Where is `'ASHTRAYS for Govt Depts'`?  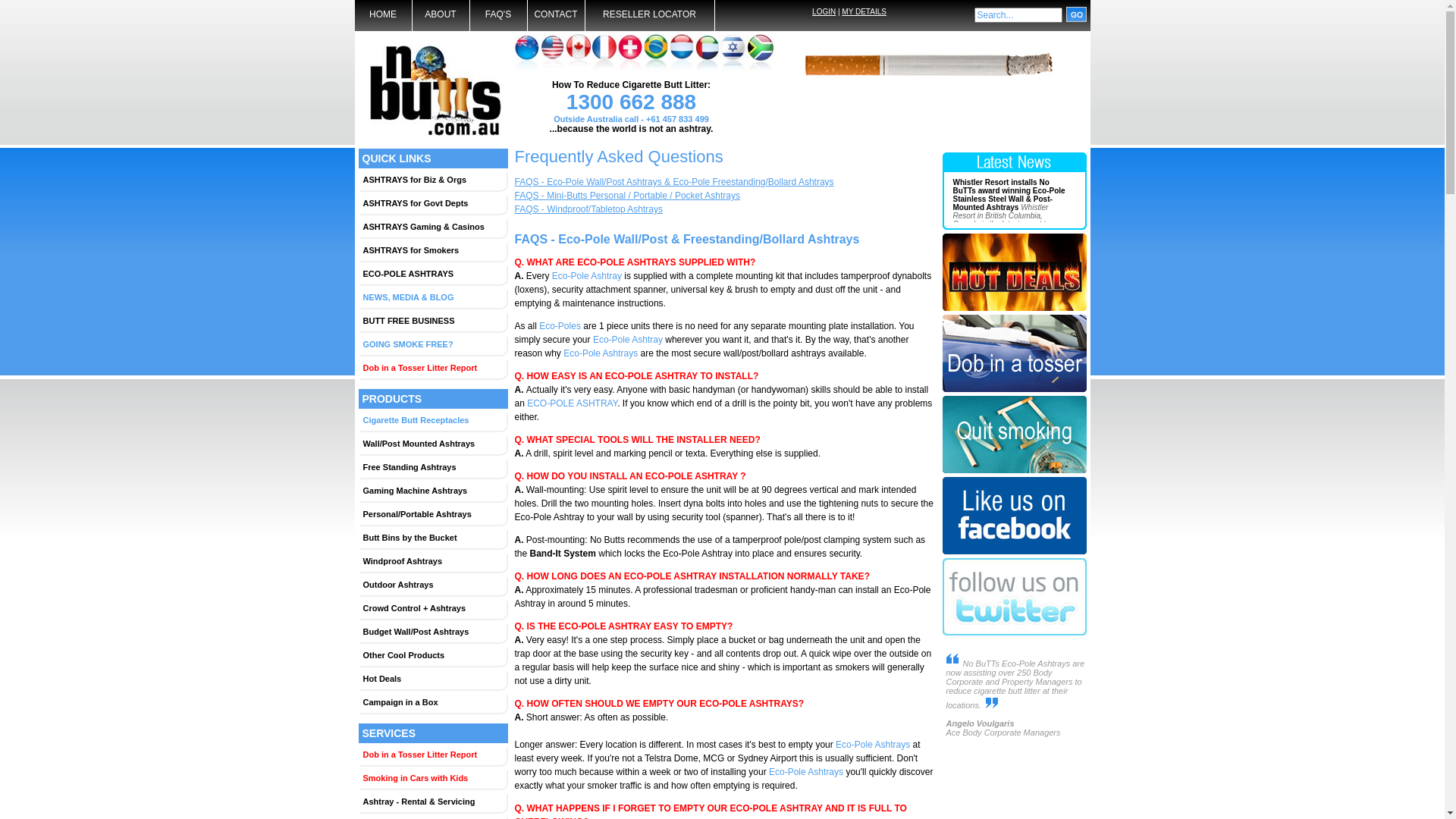 'ASHTRAYS for Govt Depts' is located at coordinates (432, 202).